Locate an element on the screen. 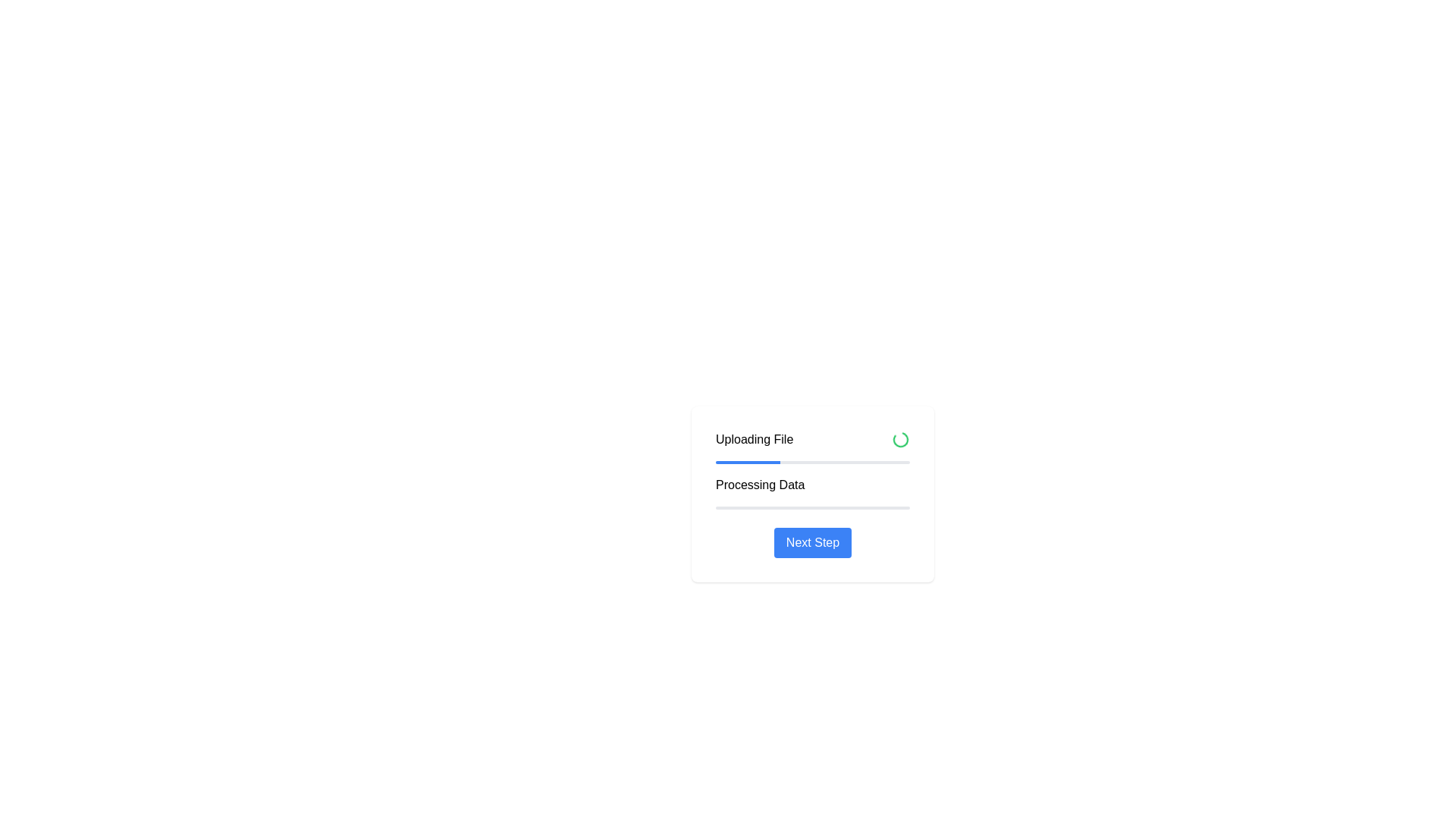  the animated spinner or loader icon located near the top-right corner of the rectangular box that contains text such as 'Uploading File' and 'Processing Data' is located at coordinates (901, 439).